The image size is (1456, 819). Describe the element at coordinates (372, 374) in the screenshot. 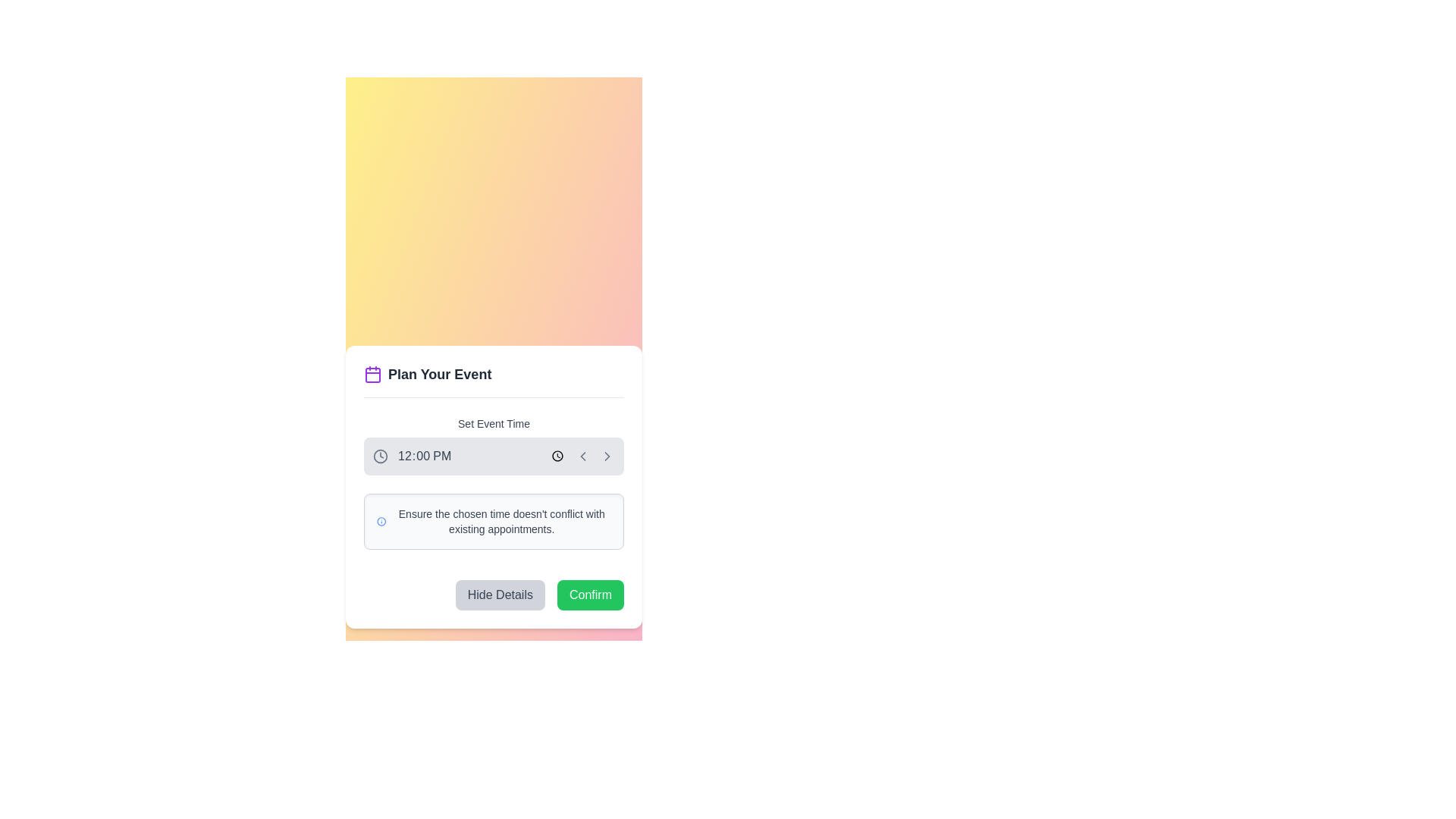

I see `the SVG calendar icon, which is a decorative element with a purple square outline, located at the top left of the 'Plan Your Event' header section, preceding the title` at that location.